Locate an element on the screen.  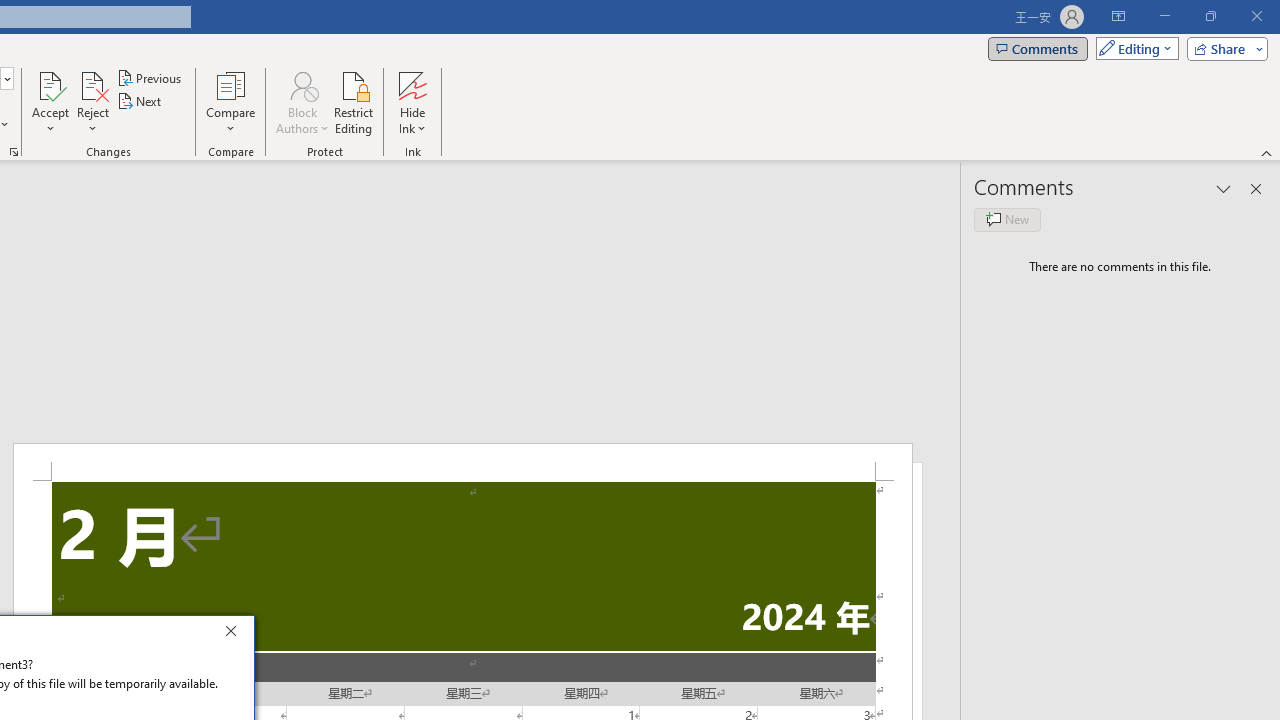
'Compare' is located at coordinates (231, 103).